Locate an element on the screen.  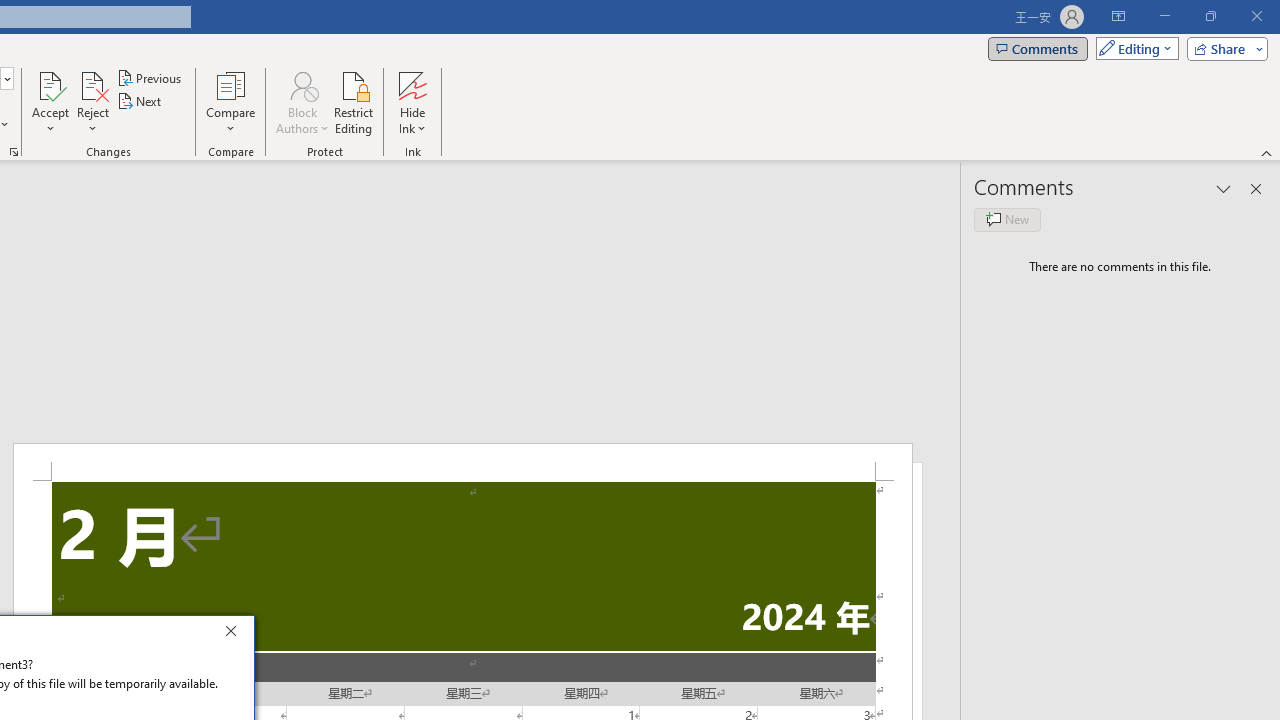
'Compare' is located at coordinates (231, 103).